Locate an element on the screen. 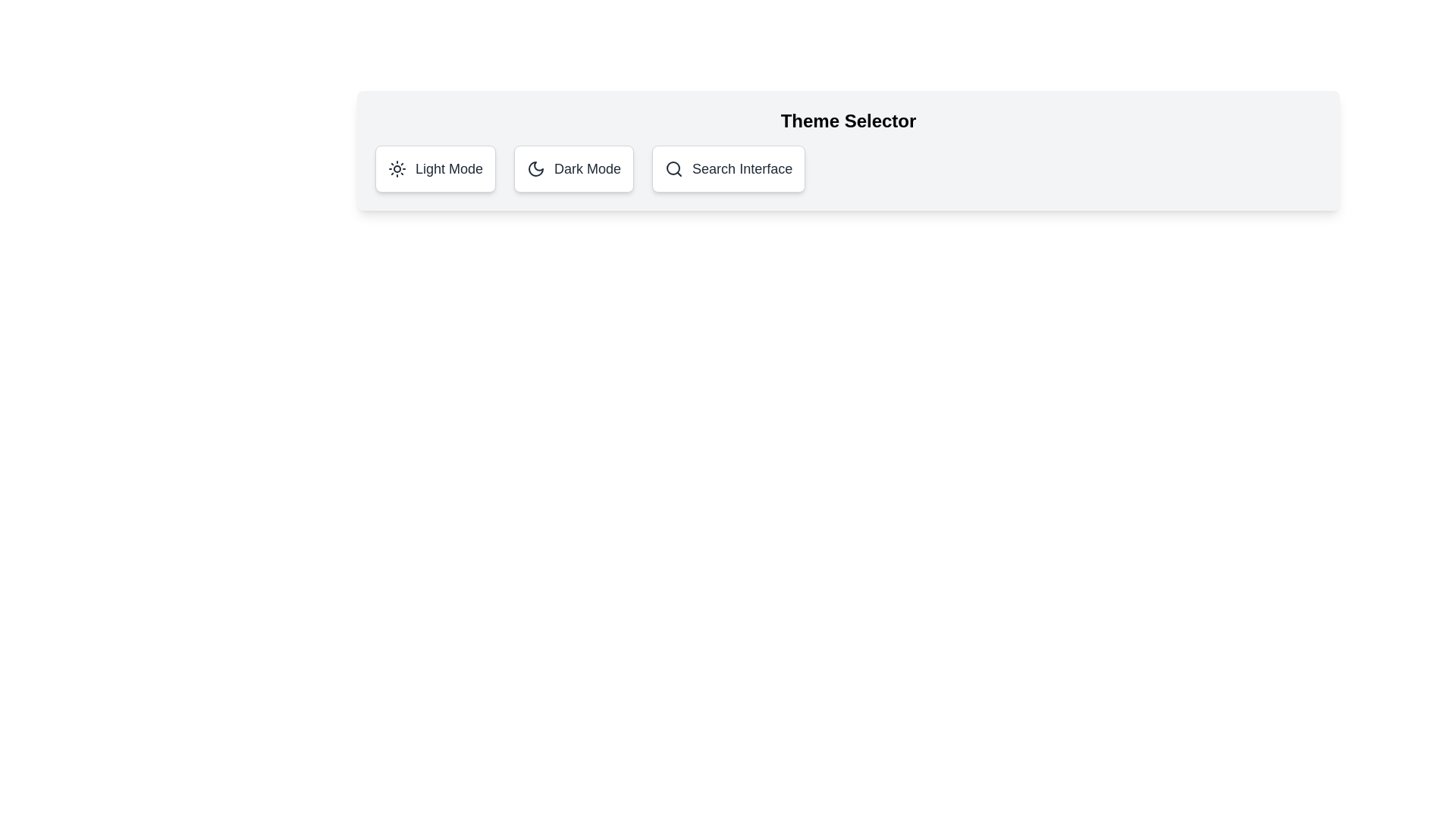  the theme button corresponding to Light Mode is located at coordinates (435, 169).